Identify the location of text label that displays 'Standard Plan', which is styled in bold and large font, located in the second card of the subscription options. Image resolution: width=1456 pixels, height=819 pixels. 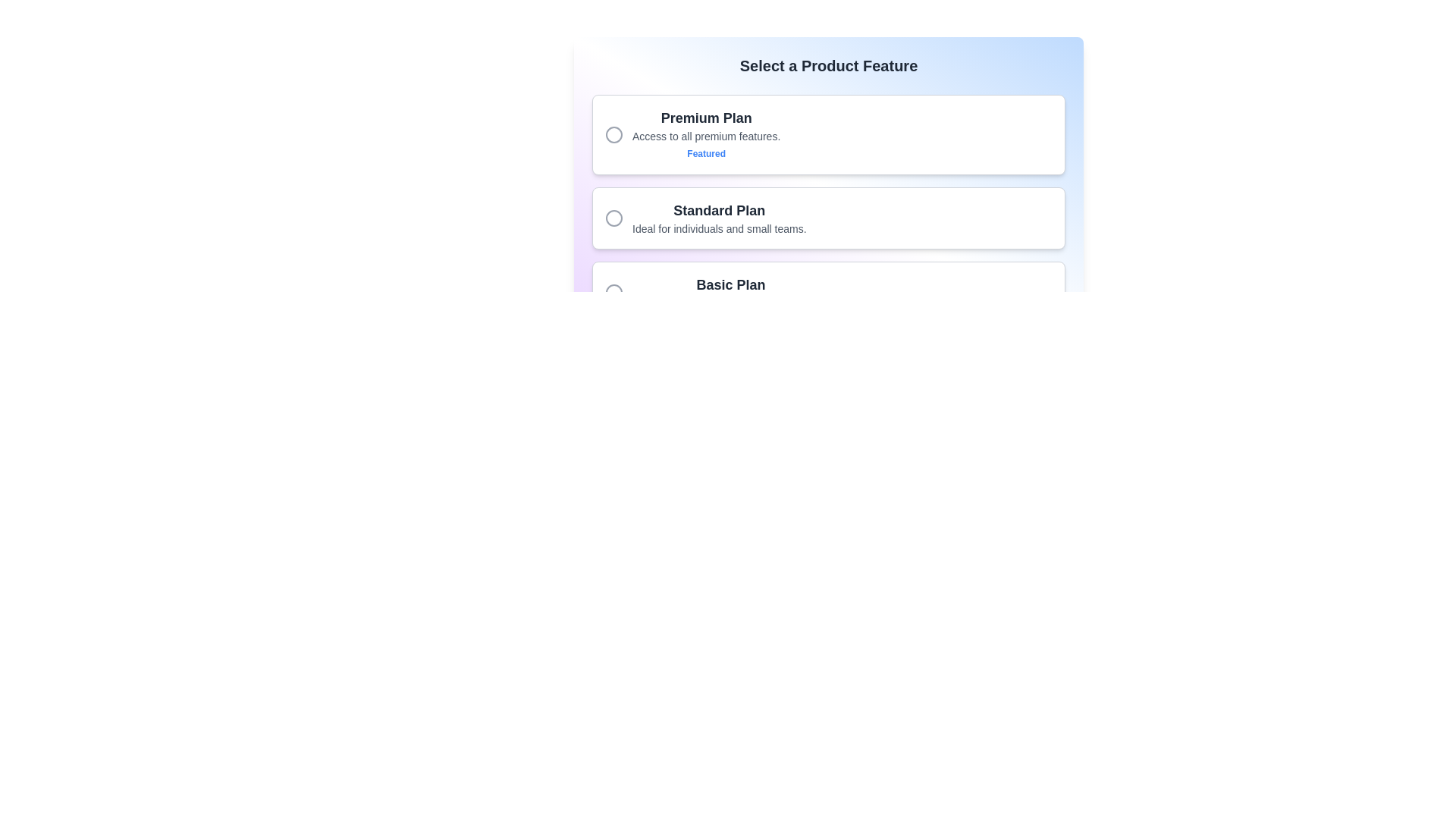
(718, 210).